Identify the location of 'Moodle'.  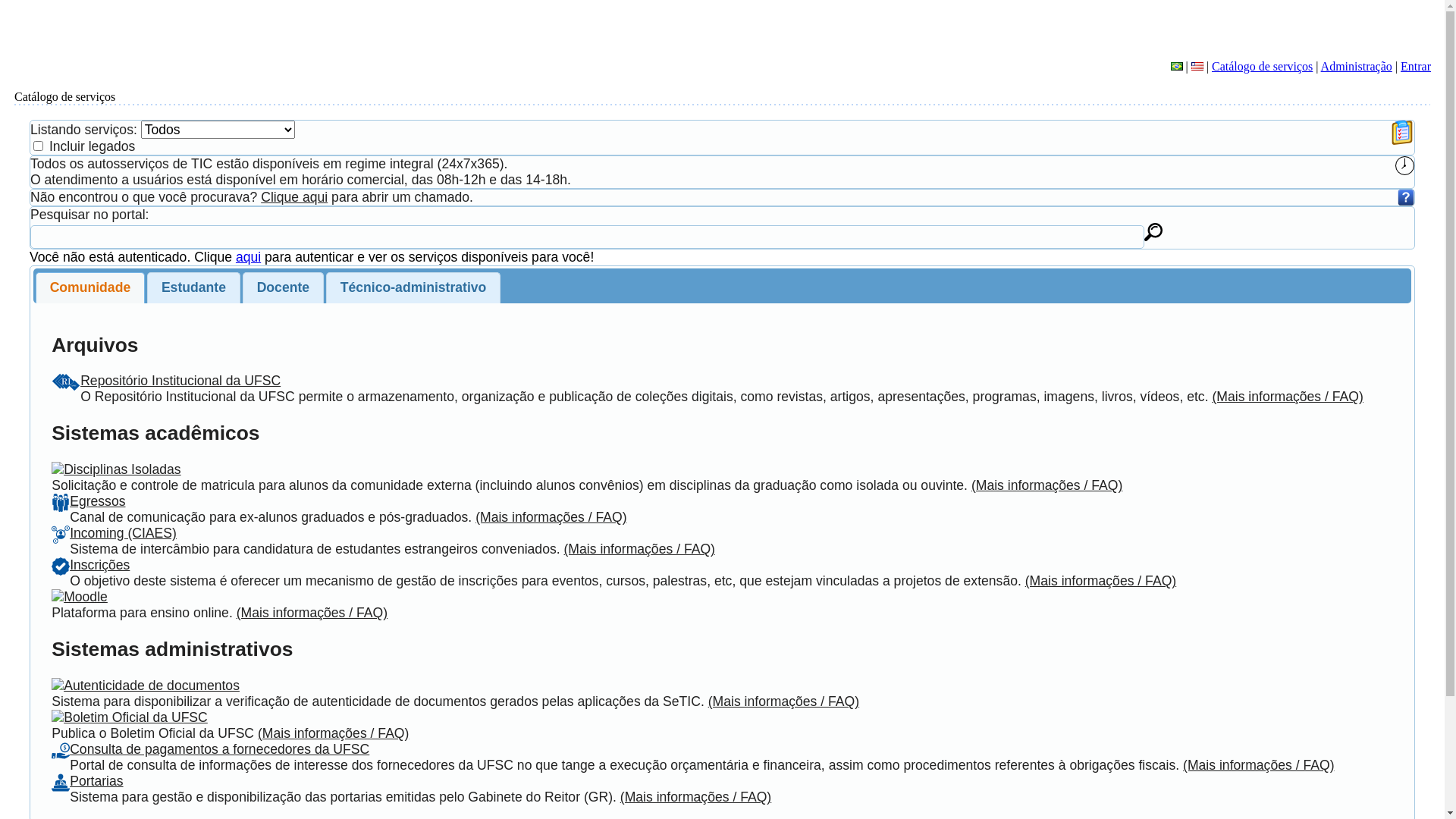
(85, 595).